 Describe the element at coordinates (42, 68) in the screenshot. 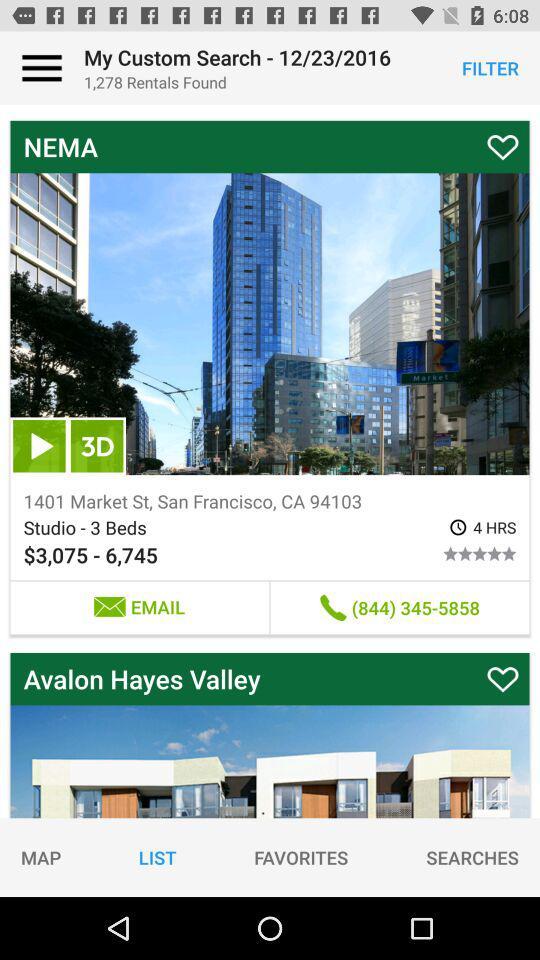

I see `the item at the top left corner` at that location.